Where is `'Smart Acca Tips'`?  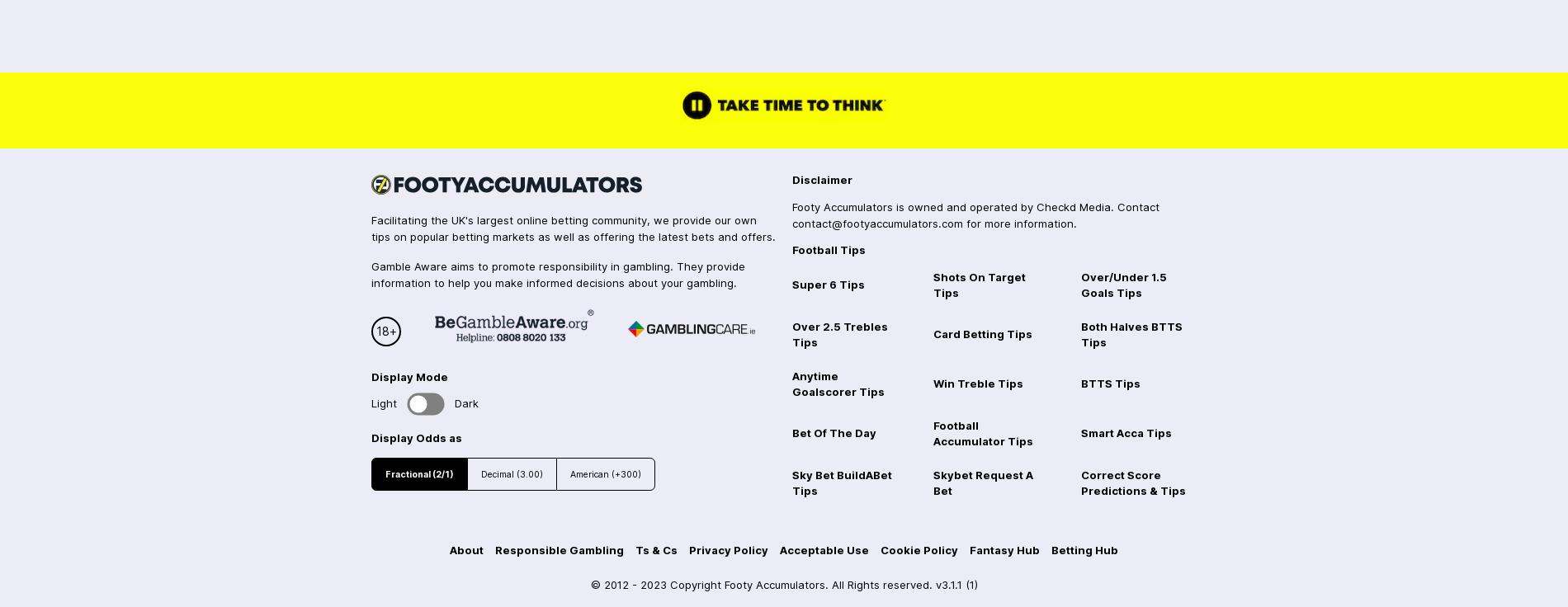
'Smart Acca Tips' is located at coordinates (1125, 432).